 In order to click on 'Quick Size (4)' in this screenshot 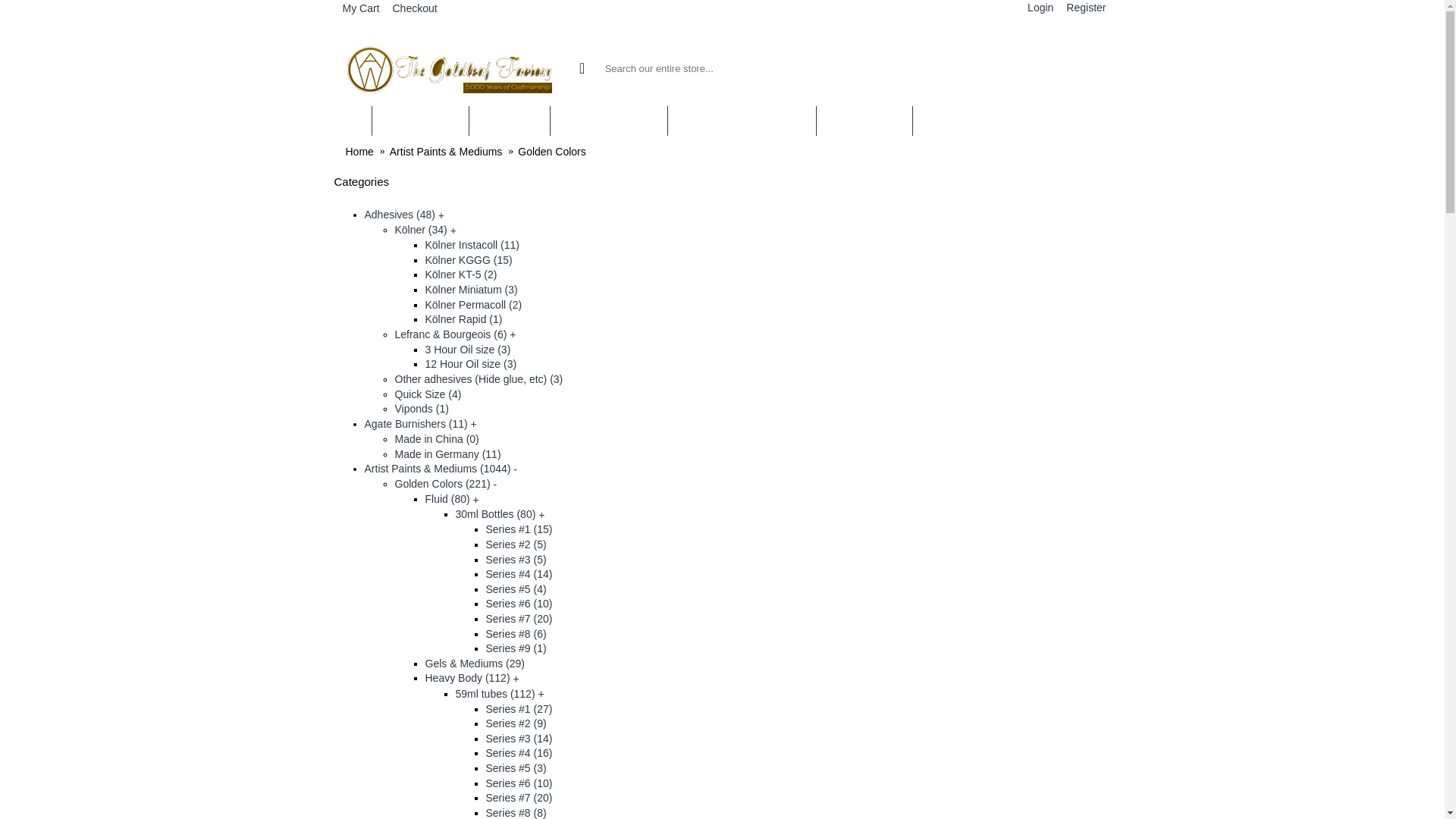, I will do `click(394, 394)`.